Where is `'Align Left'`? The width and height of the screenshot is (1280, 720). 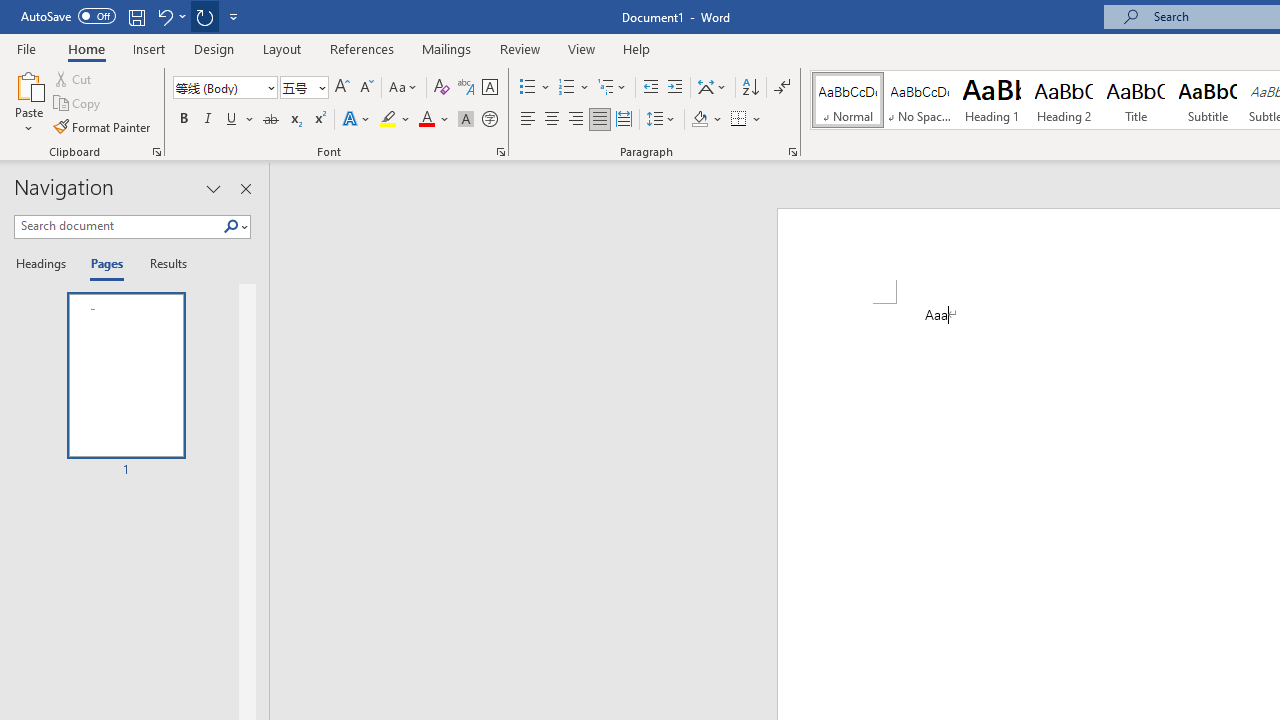
'Align Left' is located at coordinates (528, 119).